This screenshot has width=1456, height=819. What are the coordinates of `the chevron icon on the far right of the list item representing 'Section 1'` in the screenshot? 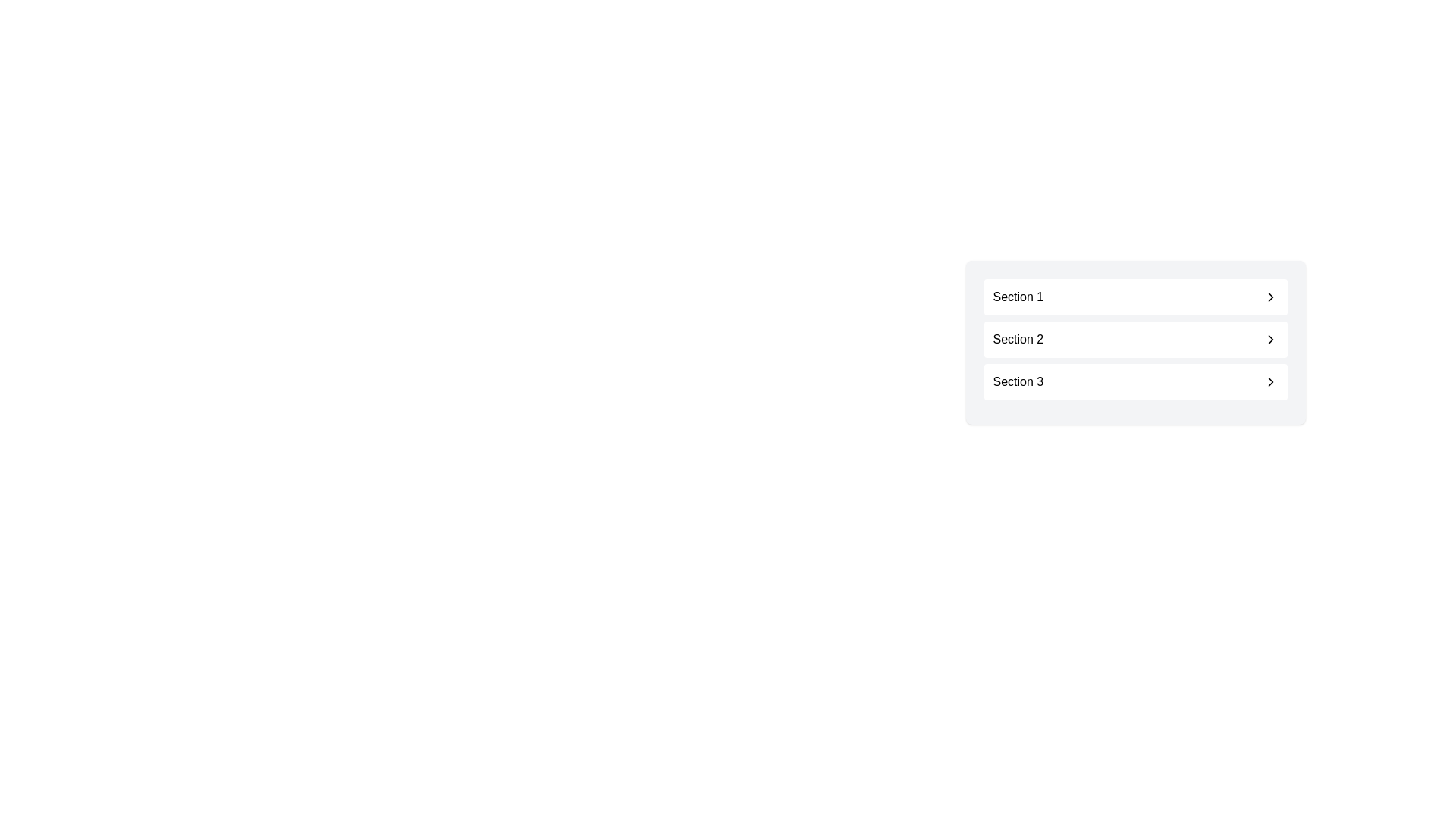 It's located at (1270, 297).